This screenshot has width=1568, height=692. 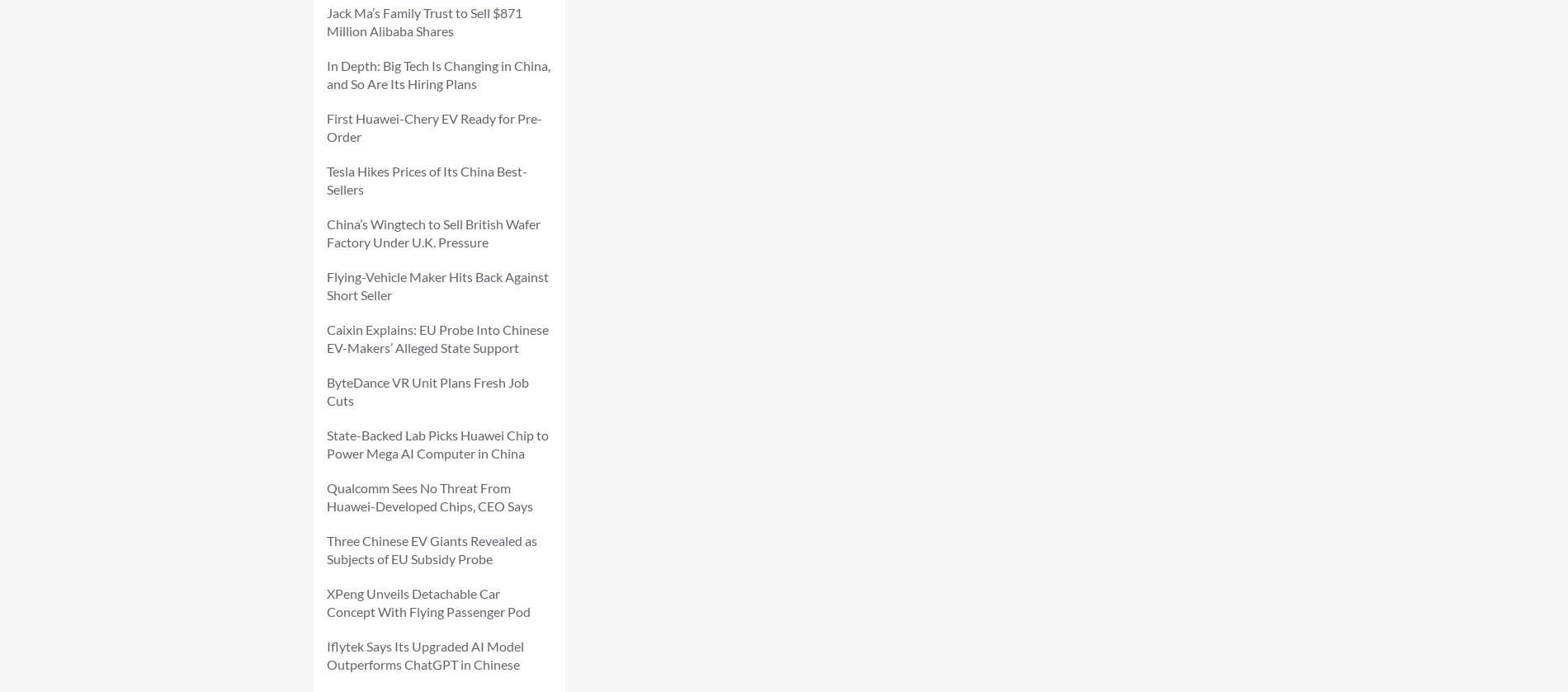 I want to click on 'Iflytek Says Its Upgraded AI Model Outperforms ChatGPT in Chinese', so click(x=425, y=654).